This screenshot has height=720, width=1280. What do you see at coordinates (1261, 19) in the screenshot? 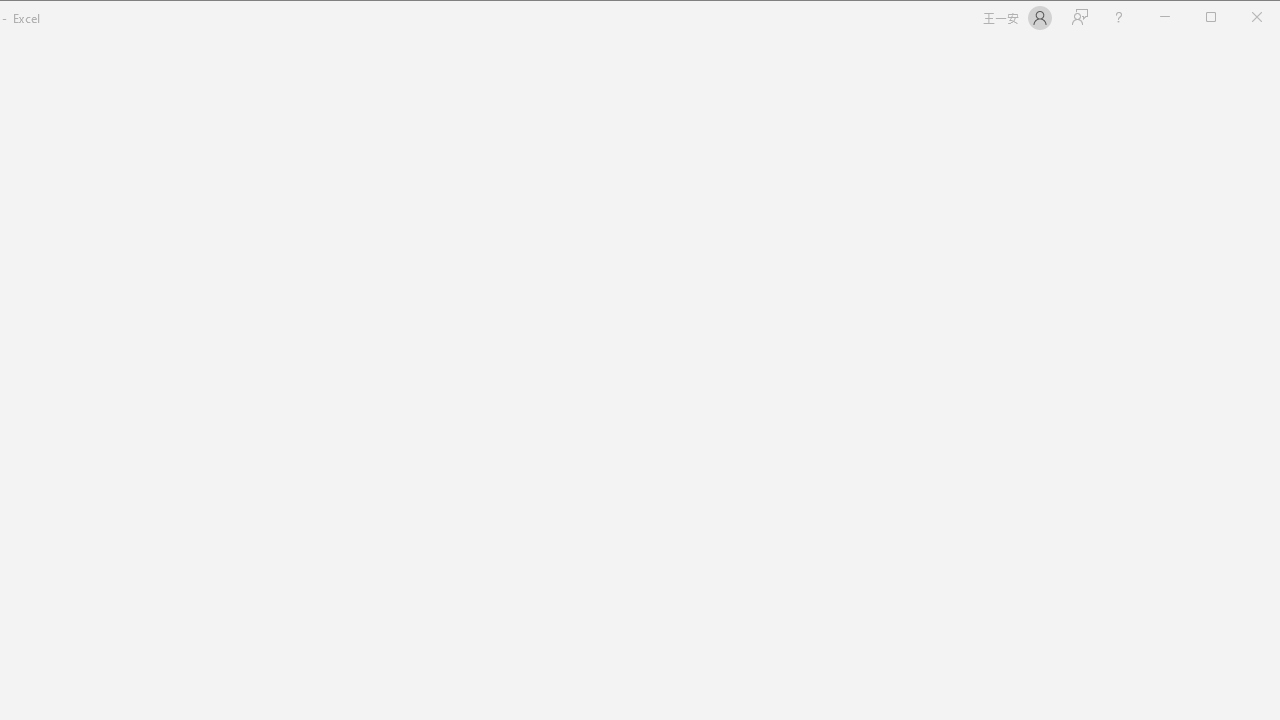
I see `'Close'` at bounding box center [1261, 19].